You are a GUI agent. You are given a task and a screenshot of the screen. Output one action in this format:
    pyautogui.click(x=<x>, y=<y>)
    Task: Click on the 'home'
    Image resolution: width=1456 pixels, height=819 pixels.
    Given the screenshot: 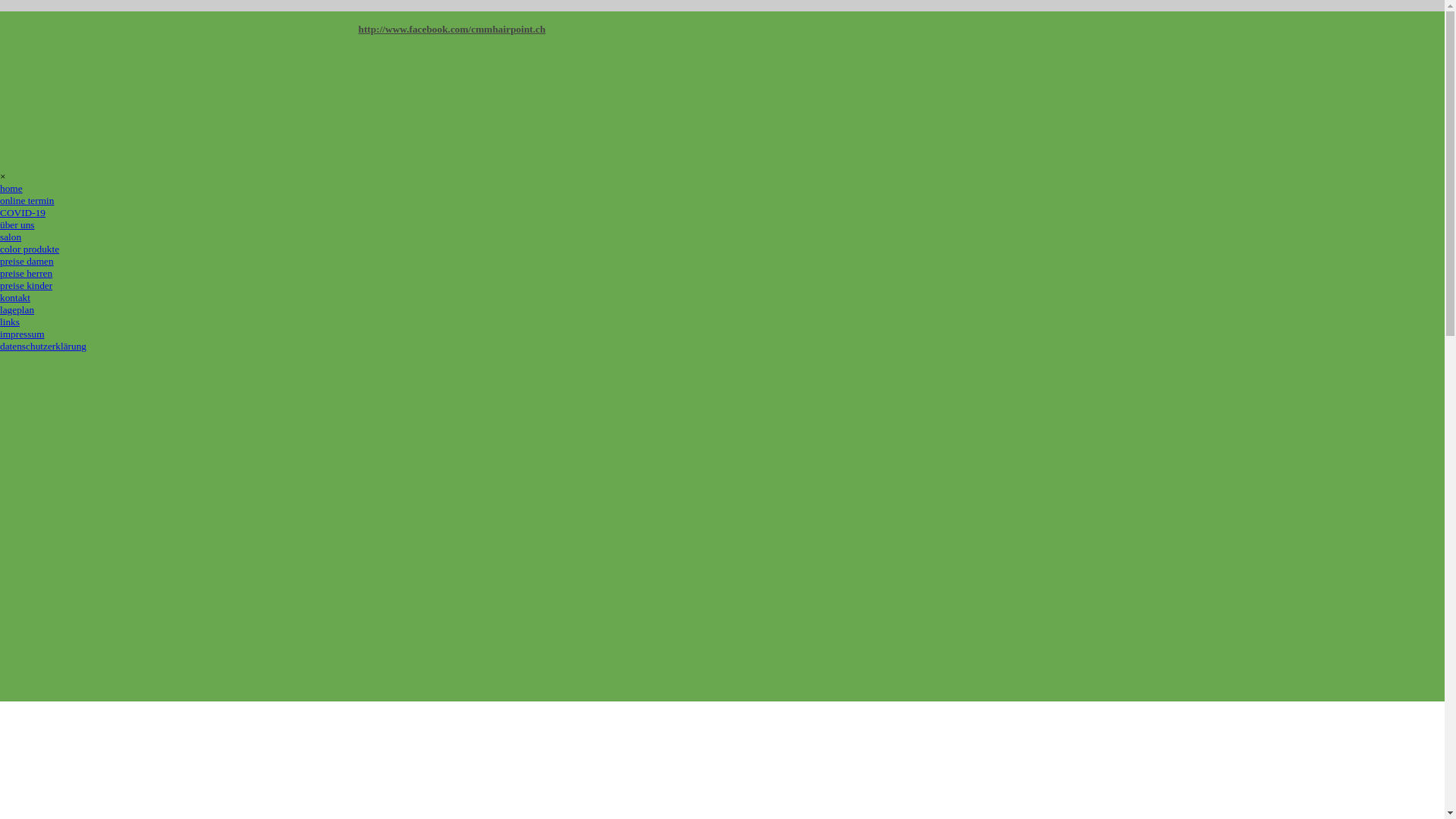 What is the action you would take?
    pyautogui.click(x=11, y=187)
    